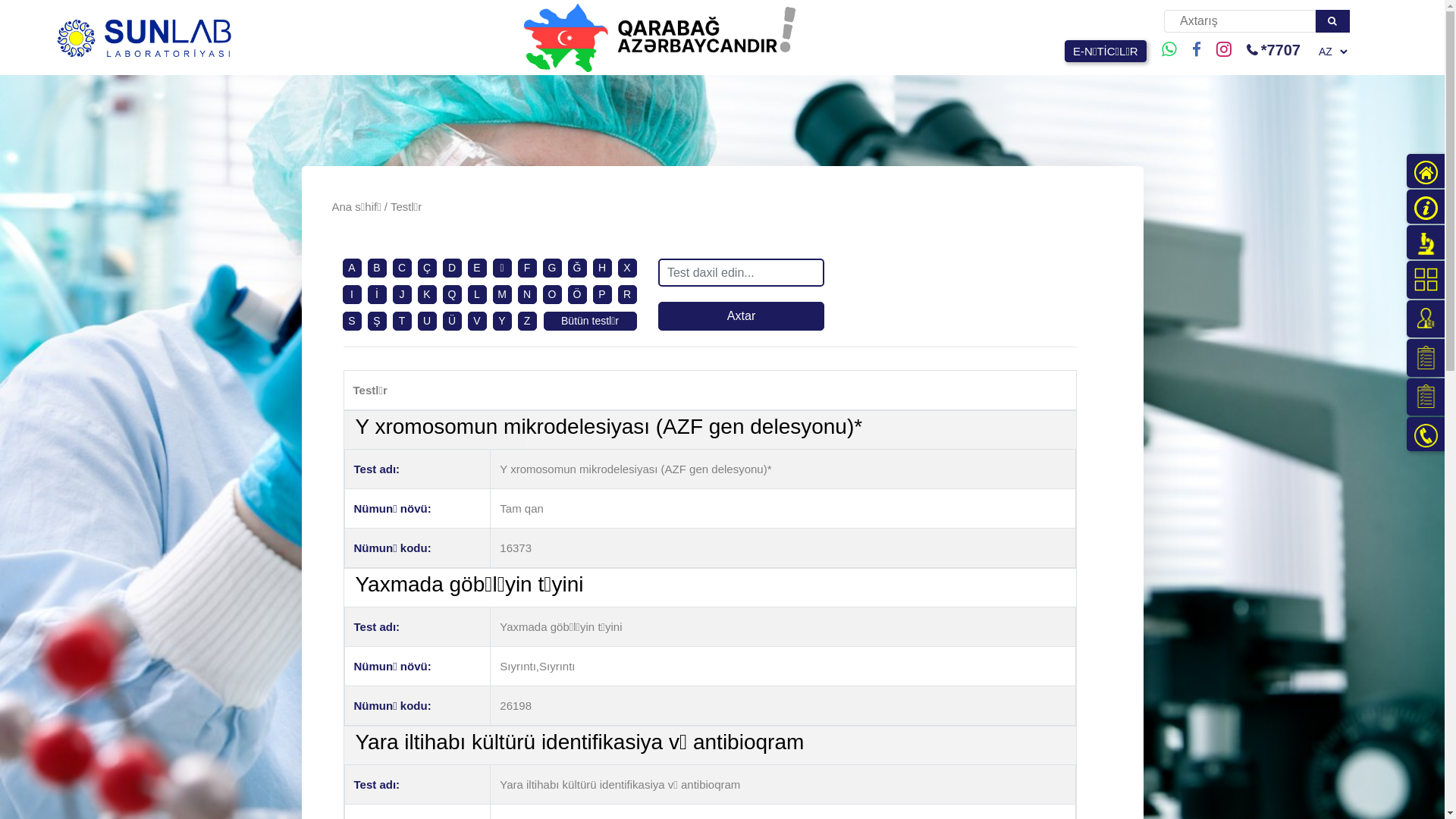 This screenshot has height=819, width=1456. What do you see at coordinates (623, 267) in the screenshot?
I see `'X'` at bounding box center [623, 267].